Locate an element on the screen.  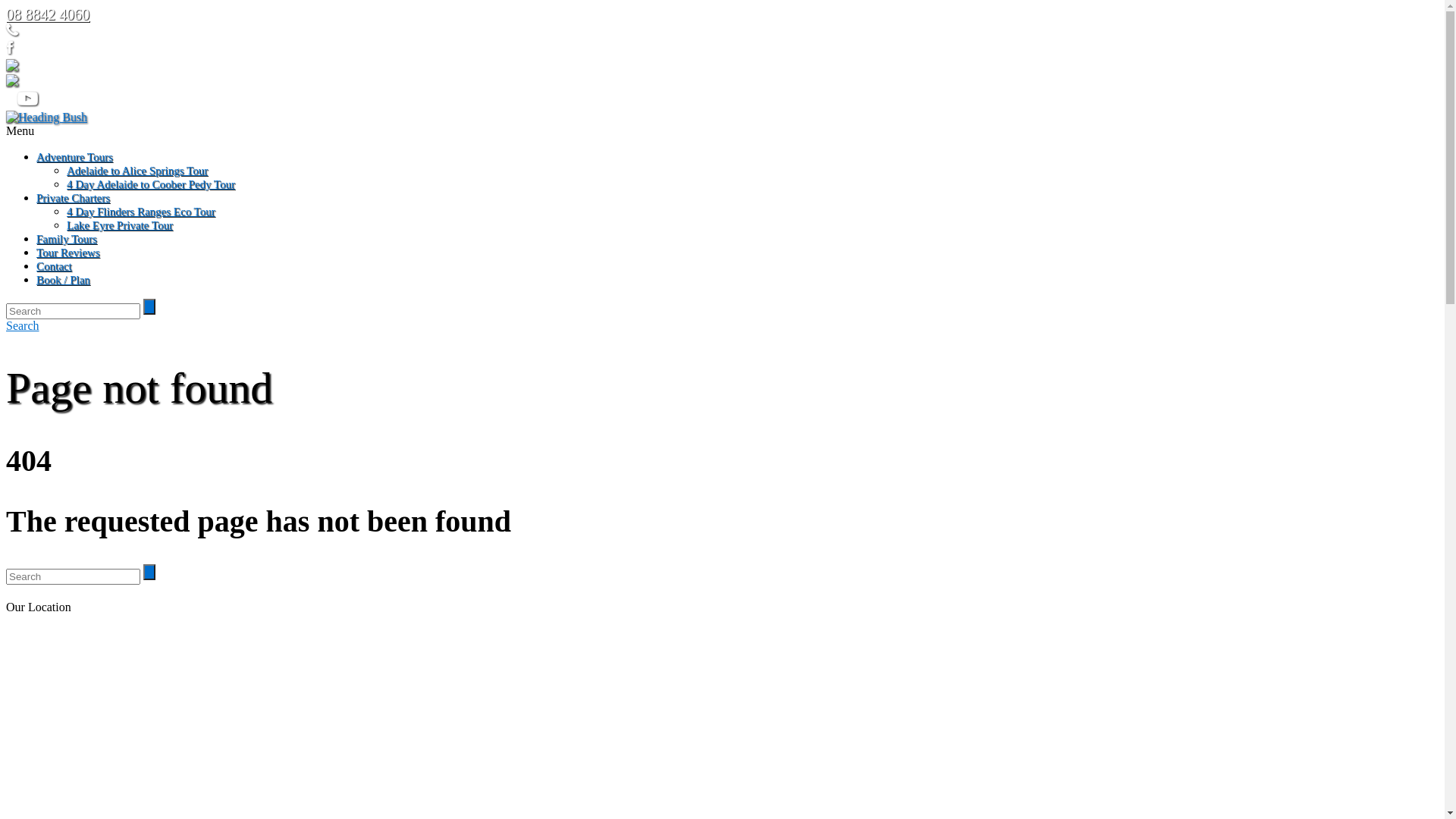
'Tour Reviews' is located at coordinates (67, 251).